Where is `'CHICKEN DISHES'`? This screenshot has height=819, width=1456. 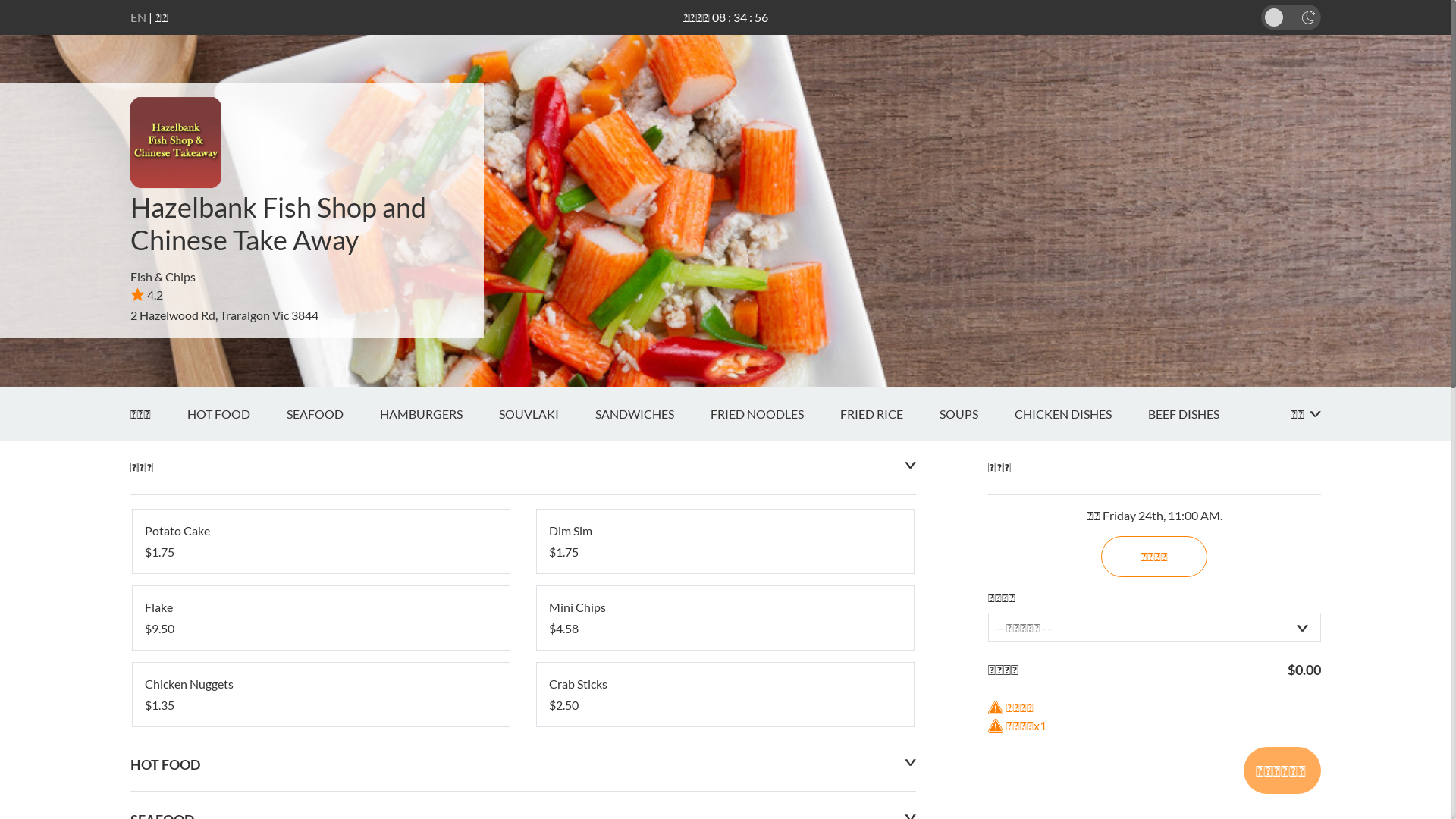
'CHICKEN DISHES' is located at coordinates (1080, 414).